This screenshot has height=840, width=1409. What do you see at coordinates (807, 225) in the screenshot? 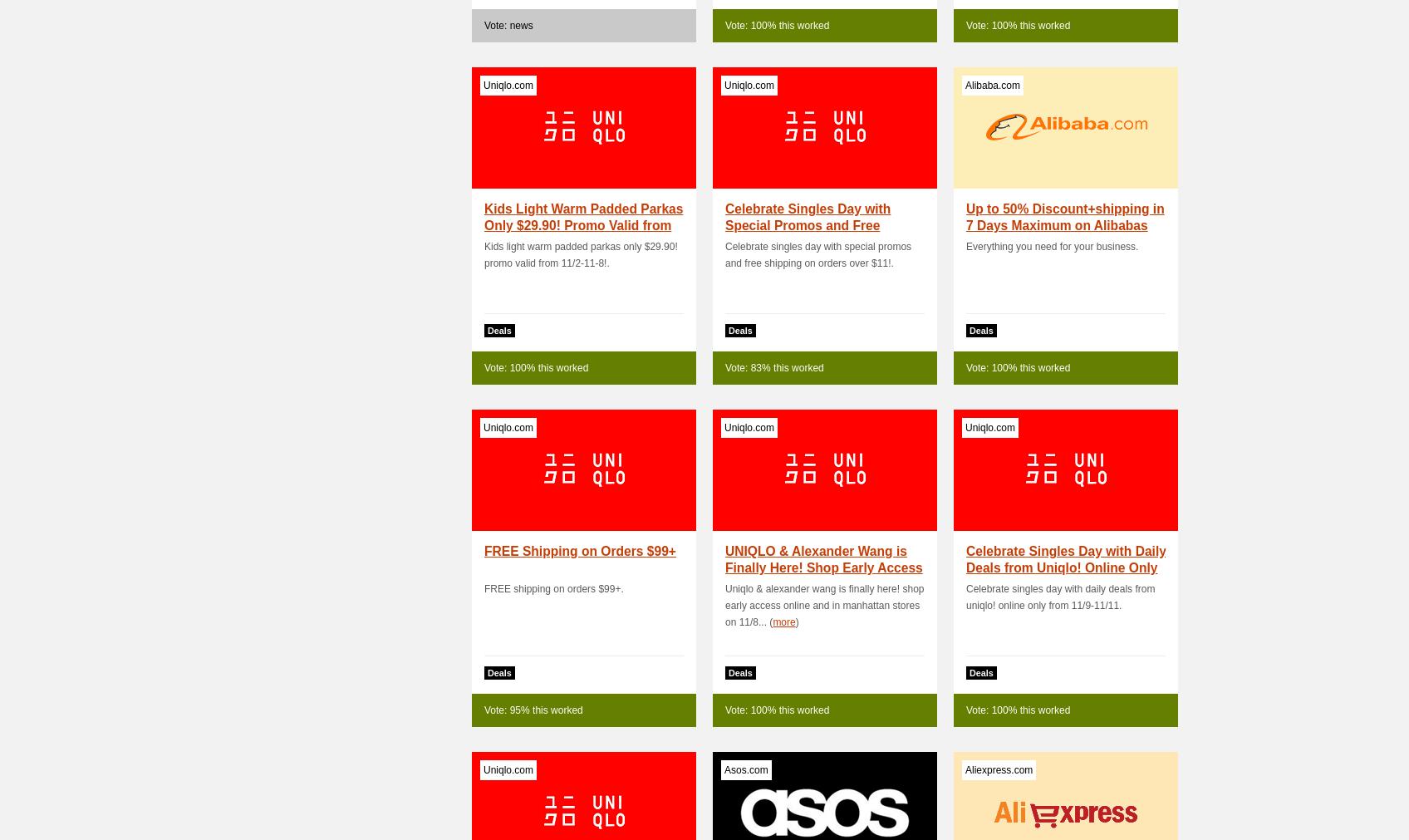
I see `'Celebrate Singles Day with Special Promos and Free Shipping on Orde.'` at bounding box center [807, 225].